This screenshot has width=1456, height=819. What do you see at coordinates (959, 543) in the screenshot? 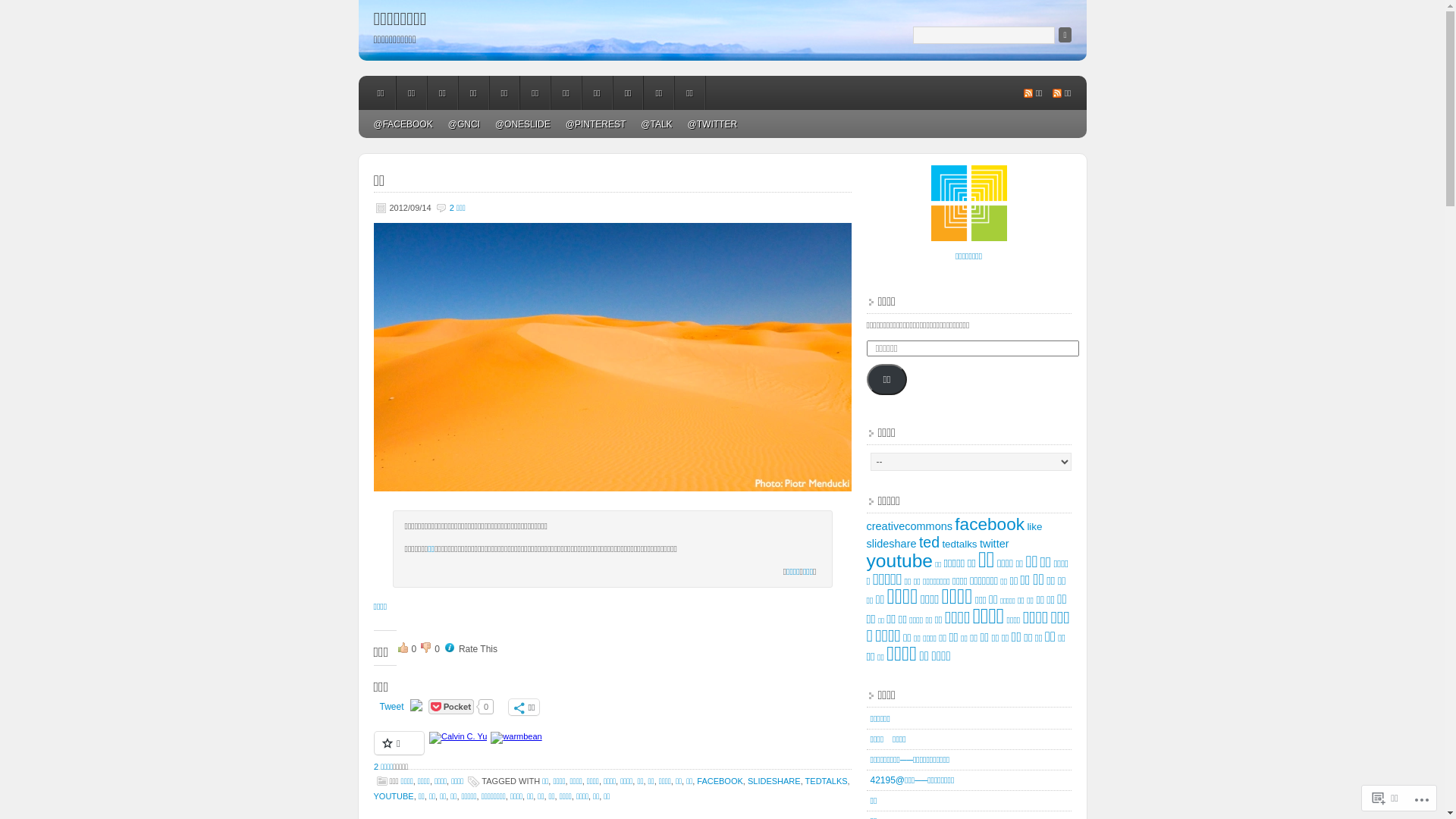
I see `'tedtalks'` at bounding box center [959, 543].